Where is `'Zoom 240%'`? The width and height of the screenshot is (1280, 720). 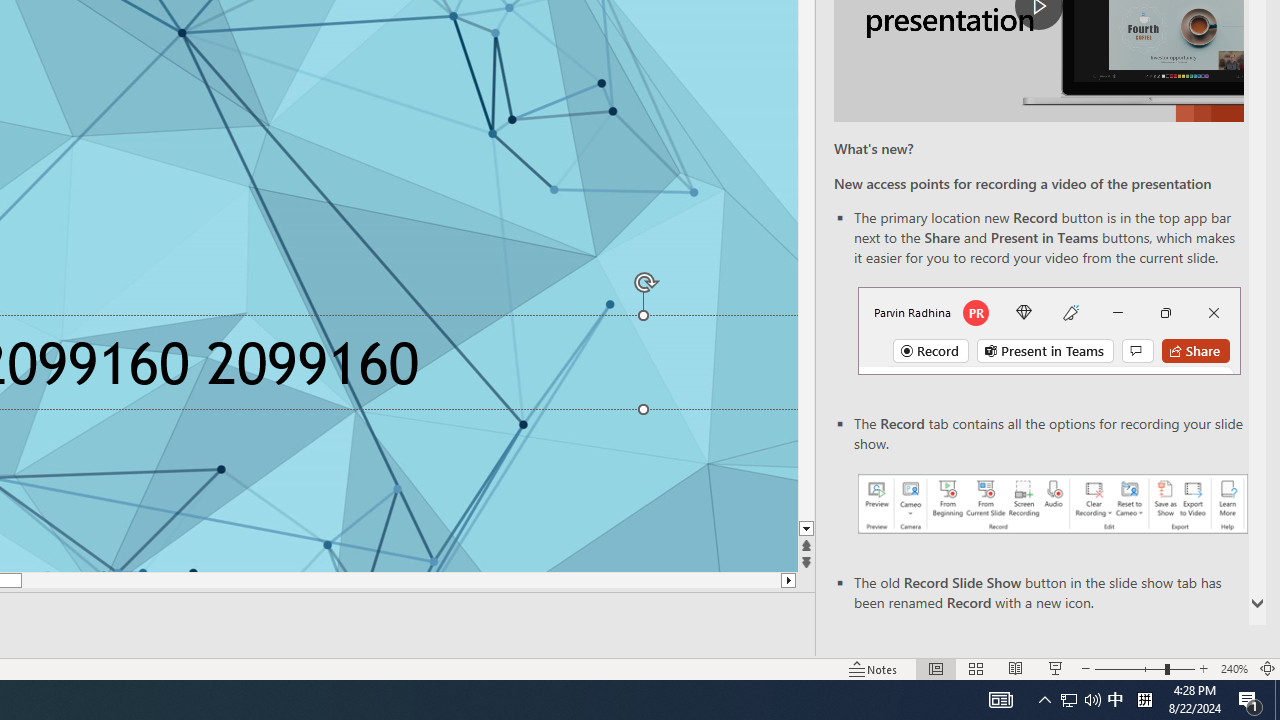
'Zoom 240%' is located at coordinates (1233, 669).